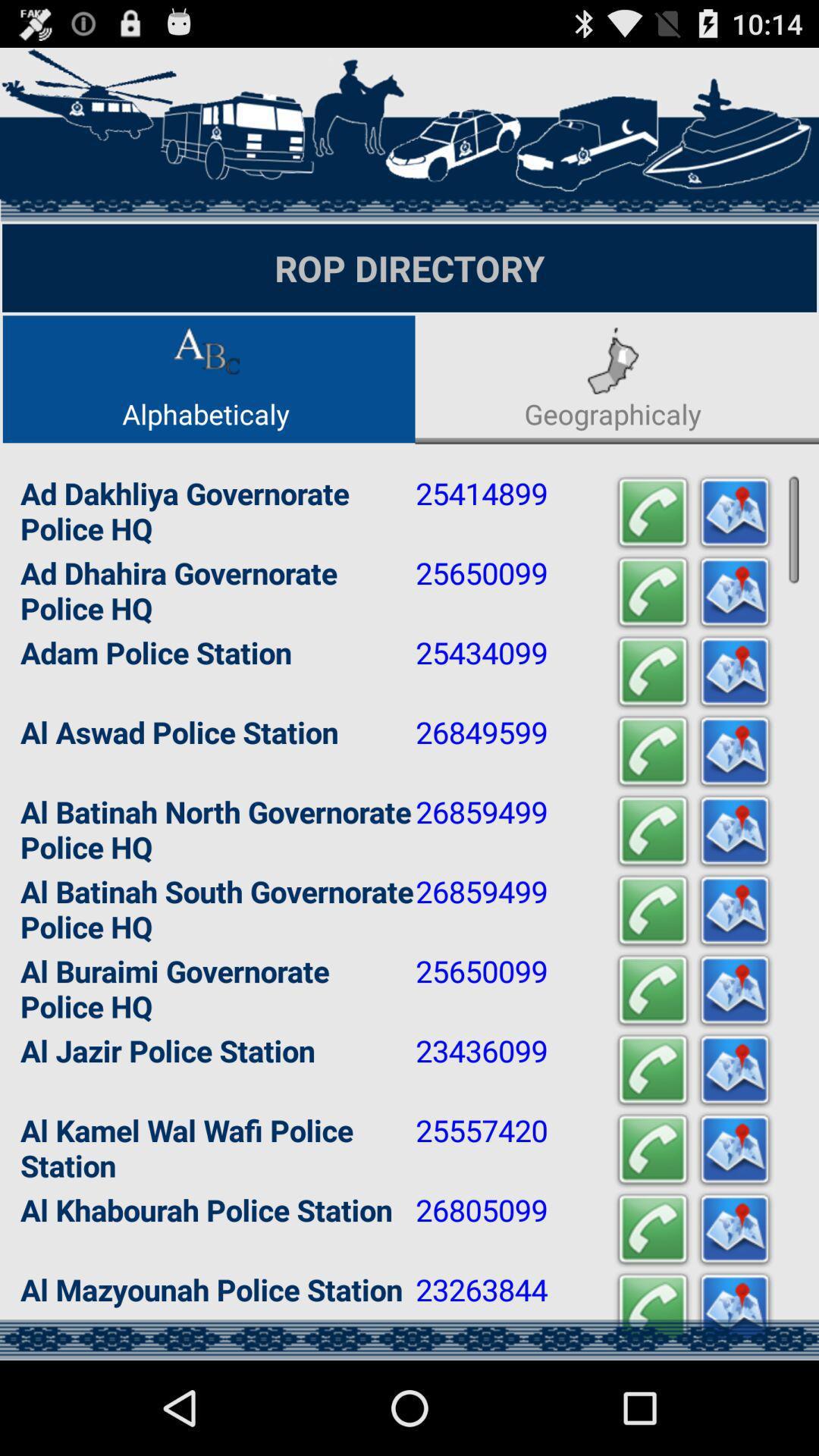 The height and width of the screenshot is (1456, 819). Describe the element at coordinates (651, 513) in the screenshot. I see `call phone number` at that location.